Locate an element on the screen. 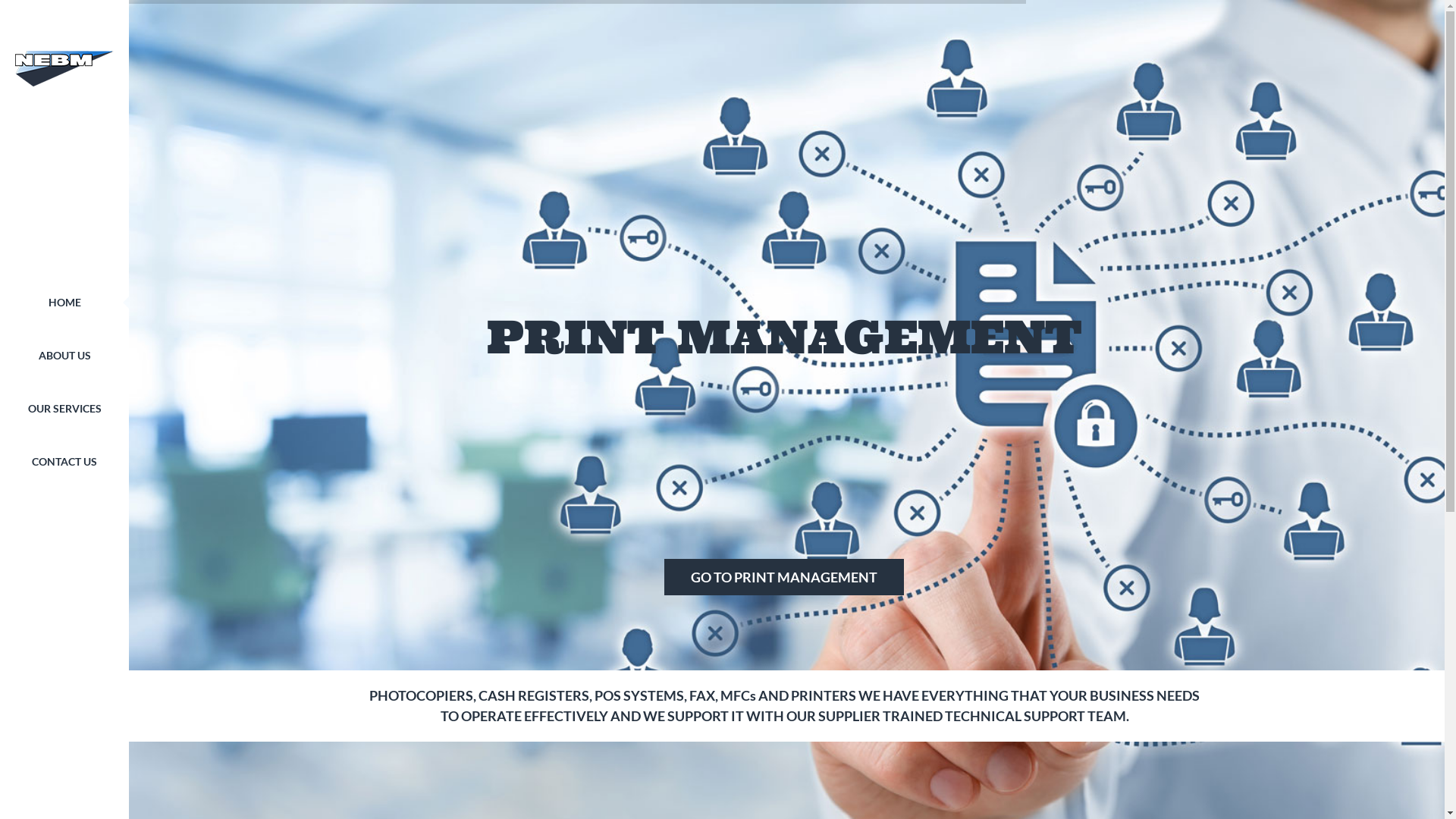  'CONTACT US' is located at coordinates (64, 461).